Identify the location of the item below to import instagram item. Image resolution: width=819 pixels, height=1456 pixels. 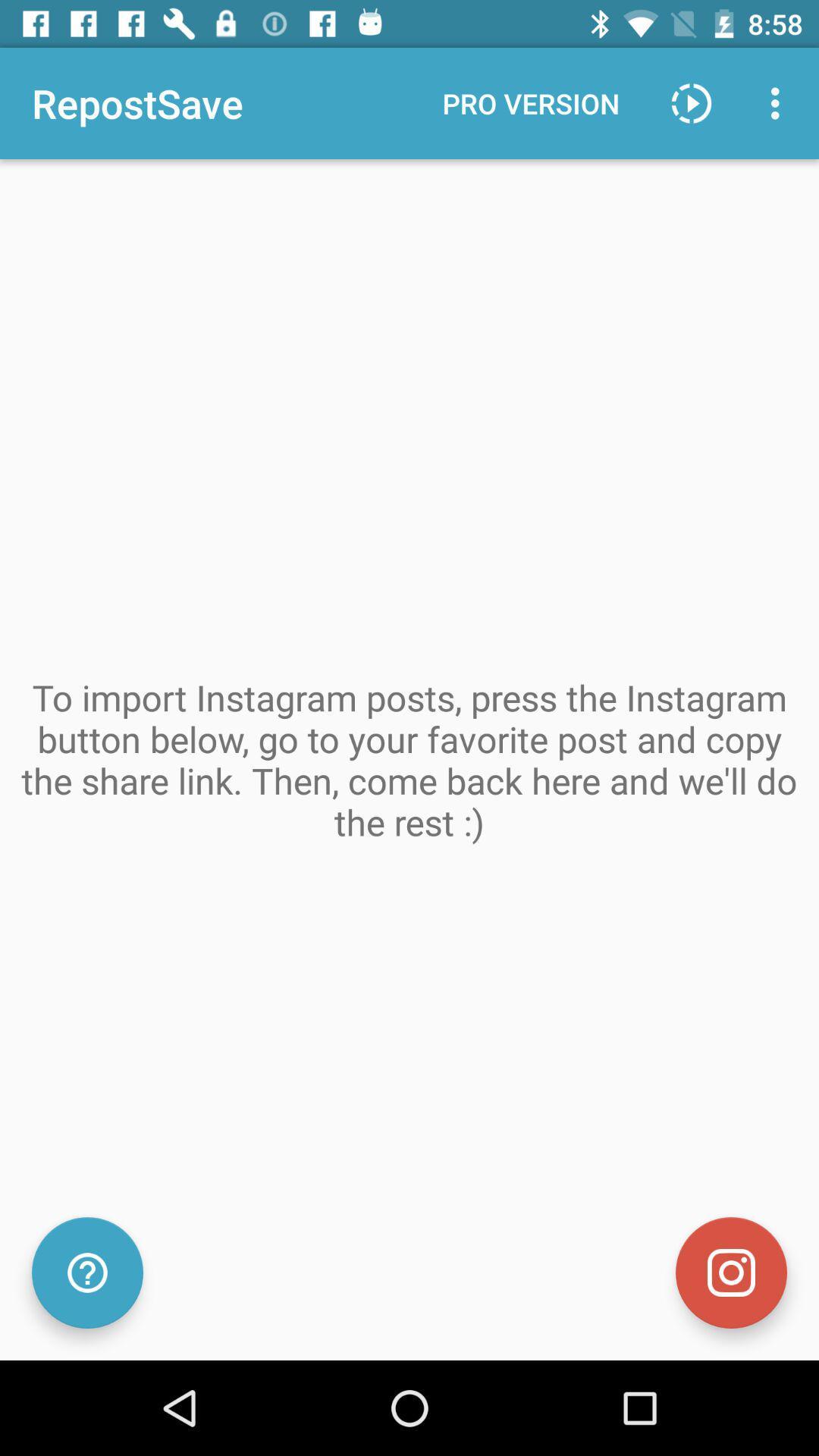
(730, 1272).